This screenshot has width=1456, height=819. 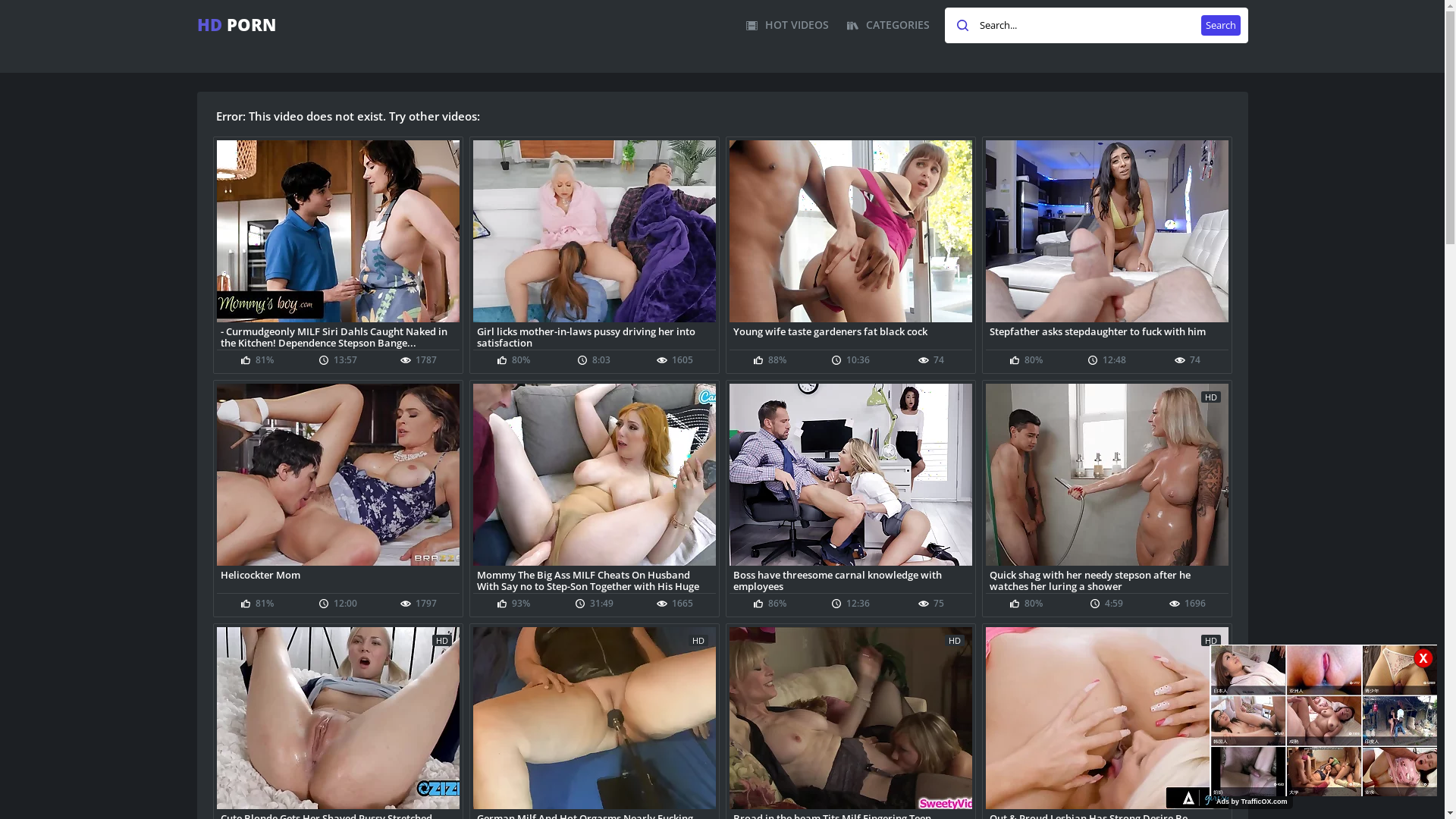 I want to click on 'HD PORN', so click(x=236, y=24).